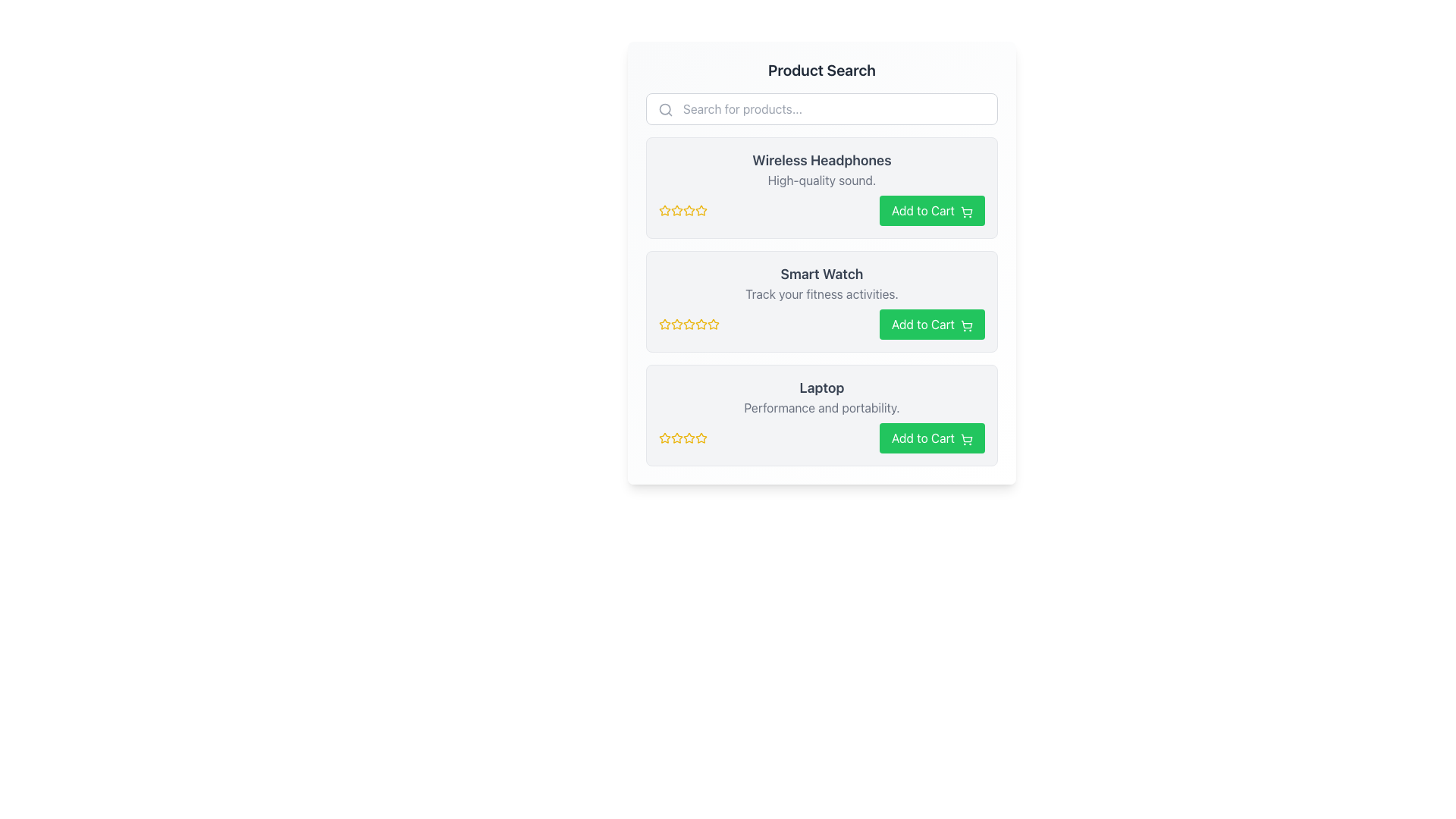  Describe the element at coordinates (930, 210) in the screenshot. I see `the first button located in the top-right corner of the product's section` at that location.